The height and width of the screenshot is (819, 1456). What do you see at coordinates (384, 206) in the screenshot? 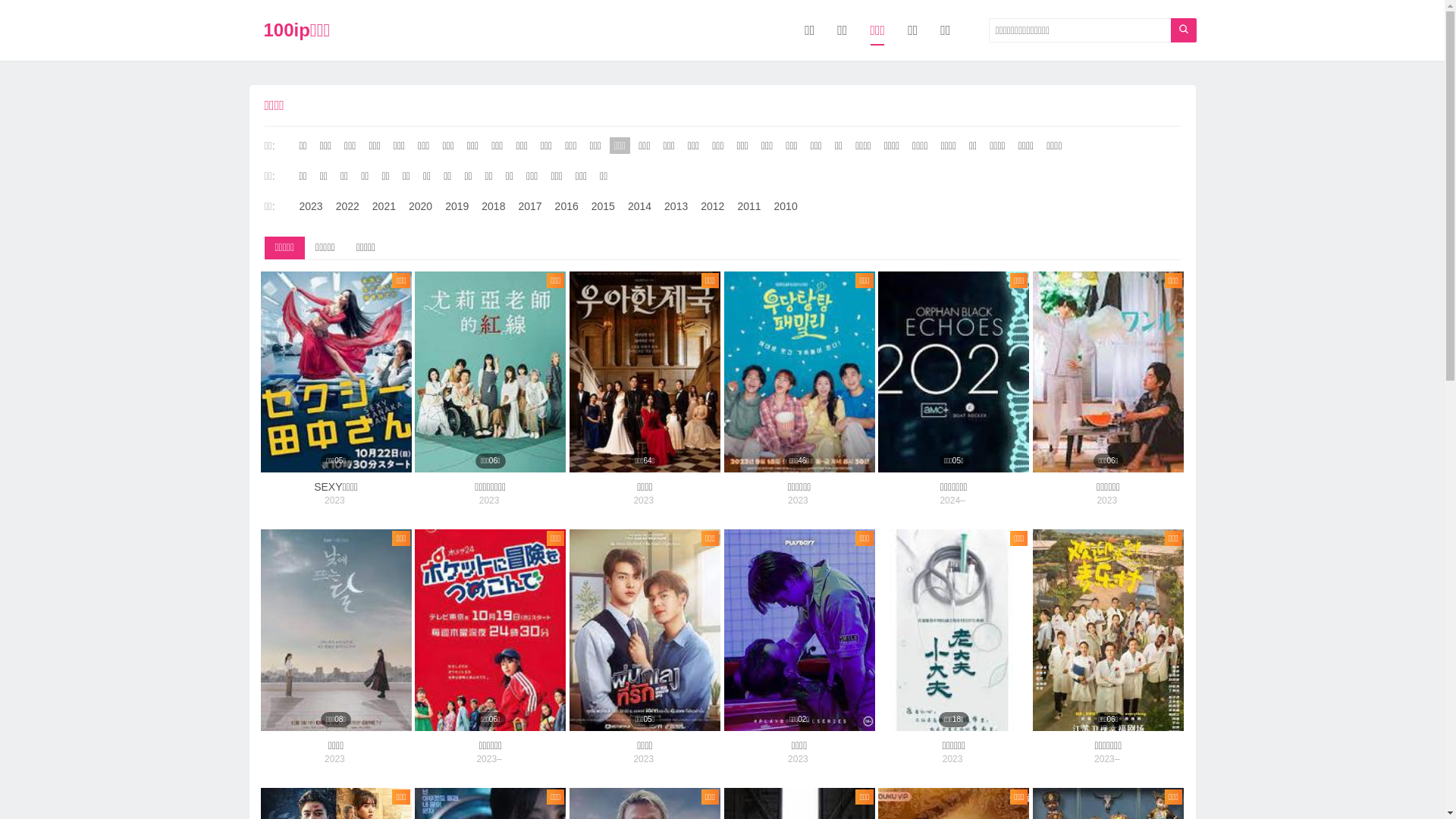
I see `'2021'` at bounding box center [384, 206].